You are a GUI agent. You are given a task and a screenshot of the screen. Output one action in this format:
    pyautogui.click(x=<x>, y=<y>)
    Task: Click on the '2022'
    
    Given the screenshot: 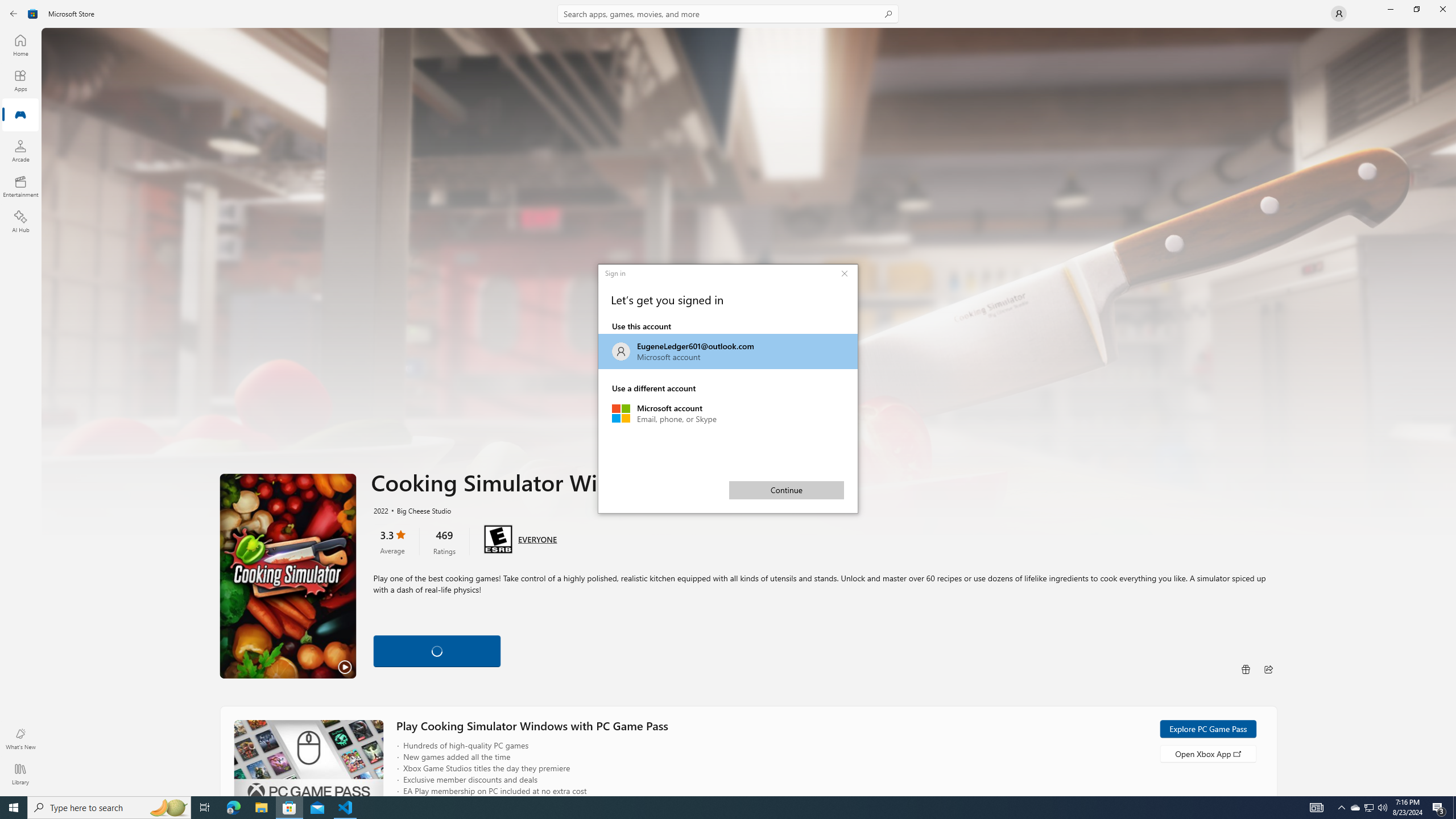 What is the action you would take?
    pyautogui.click(x=380, y=510)
    